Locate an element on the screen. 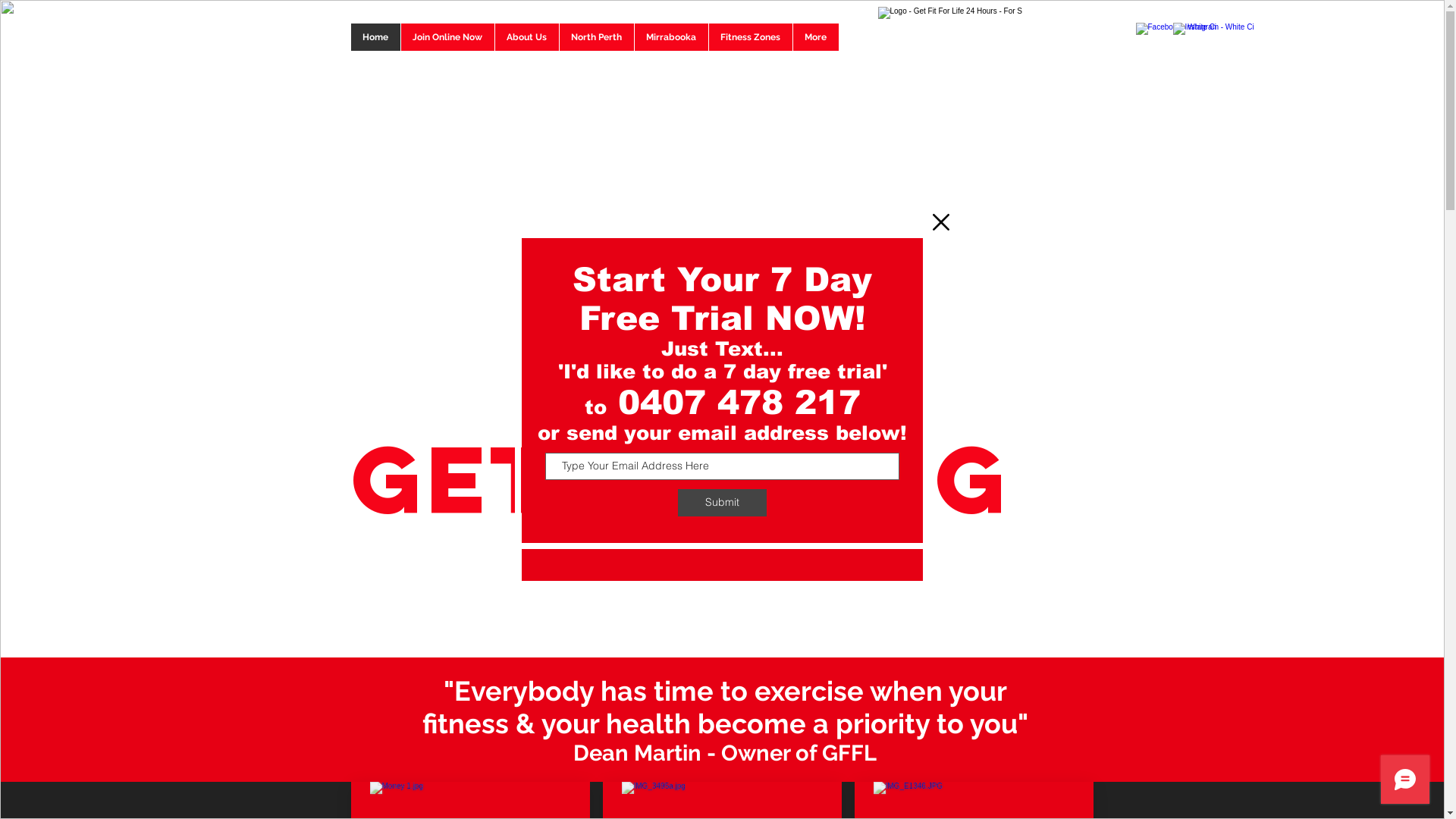 The image size is (1456, 819). 'North Perth' is located at coordinates (595, 36).